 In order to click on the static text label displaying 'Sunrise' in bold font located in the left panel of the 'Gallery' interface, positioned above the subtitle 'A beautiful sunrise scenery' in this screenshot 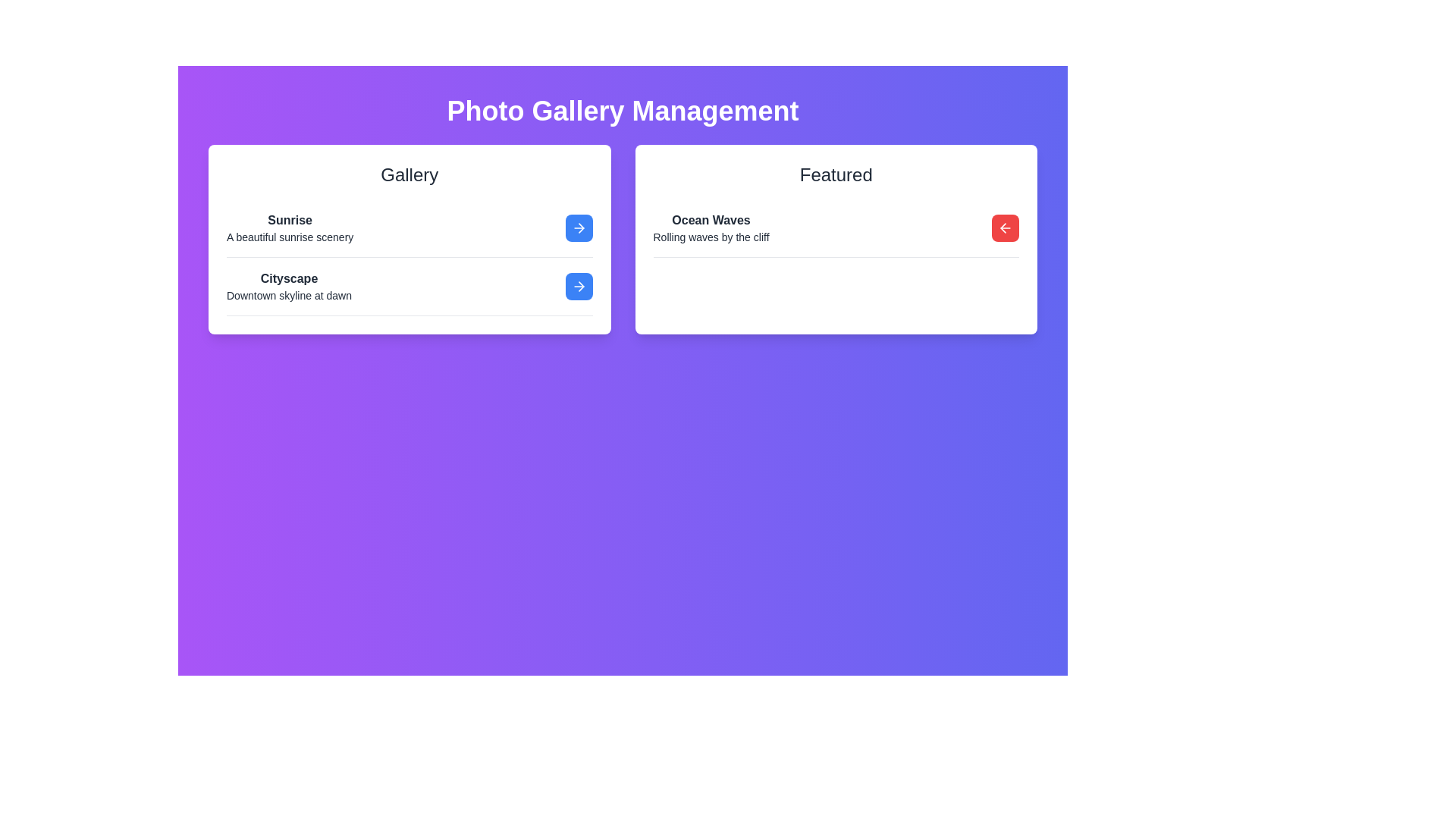, I will do `click(290, 220)`.